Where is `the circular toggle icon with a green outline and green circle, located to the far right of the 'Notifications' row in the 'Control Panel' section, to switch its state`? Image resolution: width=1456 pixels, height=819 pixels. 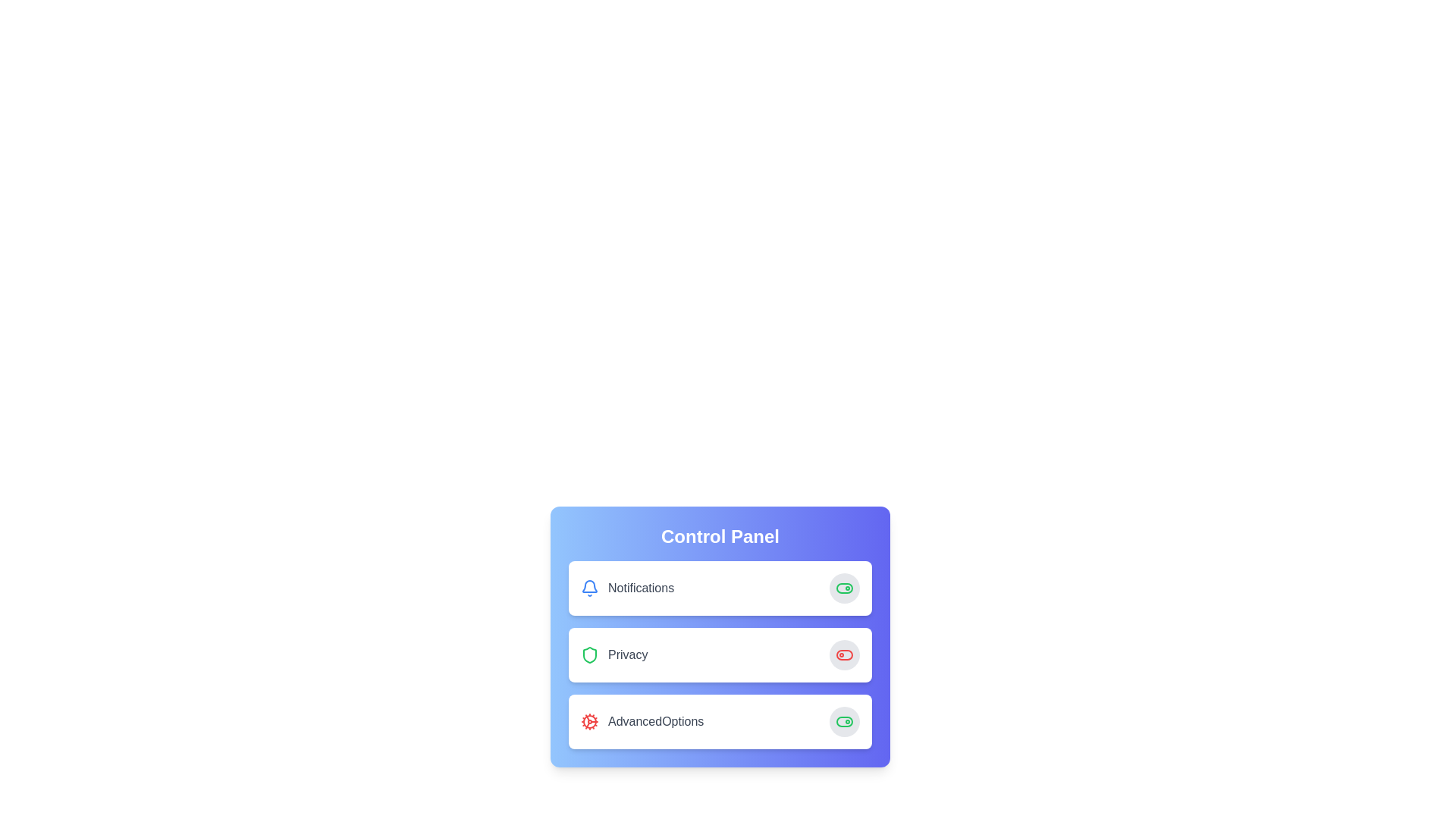
the circular toggle icon with a green outline and green circle, located to the far right of the 'Notifications' row in the 'Control Panel' section, to switch its state is located at coordinates (843, 587).